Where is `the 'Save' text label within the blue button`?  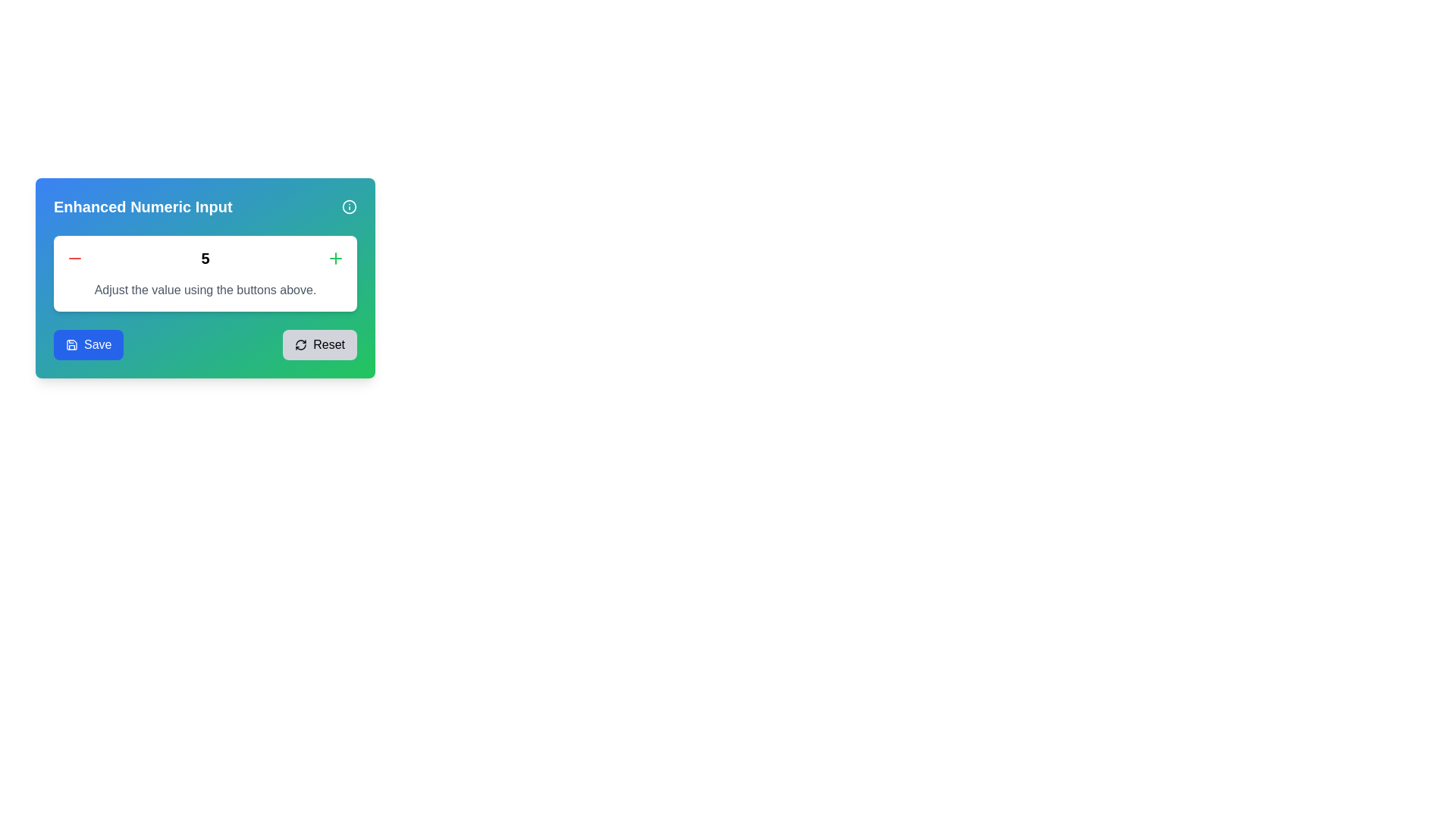 the 'Save' text label within the blue button is located at coordinates (97, 345).